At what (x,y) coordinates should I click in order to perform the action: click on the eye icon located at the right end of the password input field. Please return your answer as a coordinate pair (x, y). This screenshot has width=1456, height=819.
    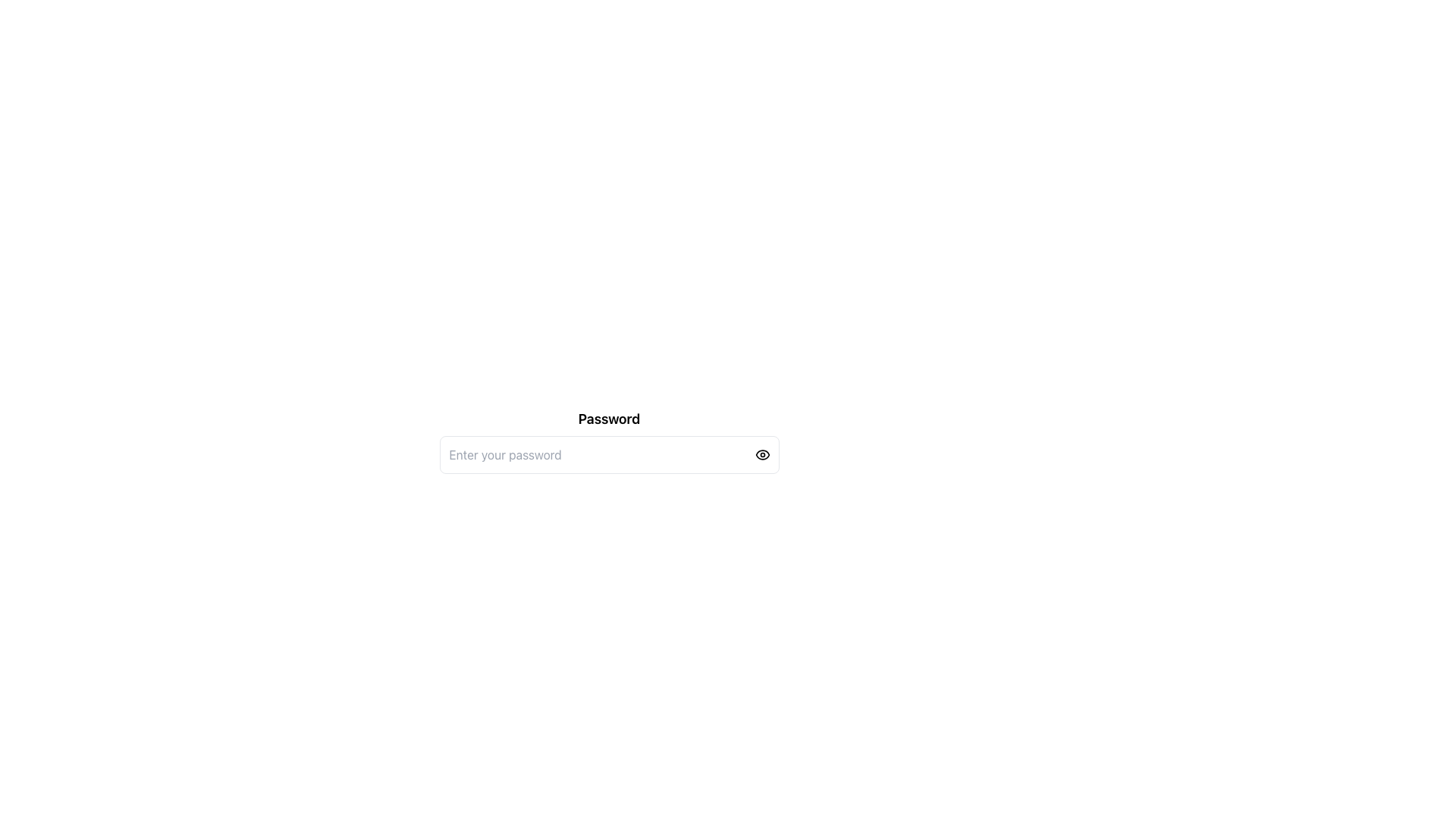
    Looking at the image, I should click on (762, 454).